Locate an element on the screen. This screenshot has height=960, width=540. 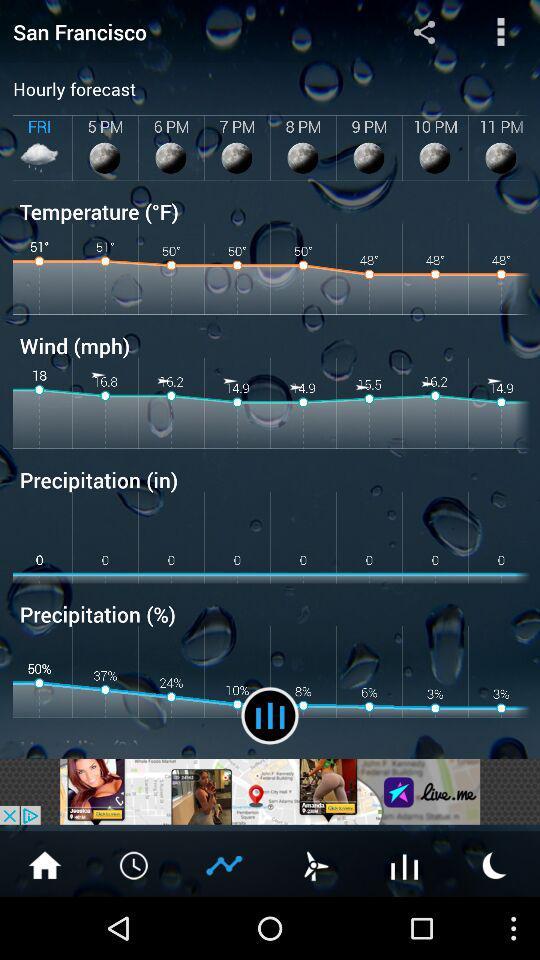
snooze sleep is located at coordinates (494, 863).